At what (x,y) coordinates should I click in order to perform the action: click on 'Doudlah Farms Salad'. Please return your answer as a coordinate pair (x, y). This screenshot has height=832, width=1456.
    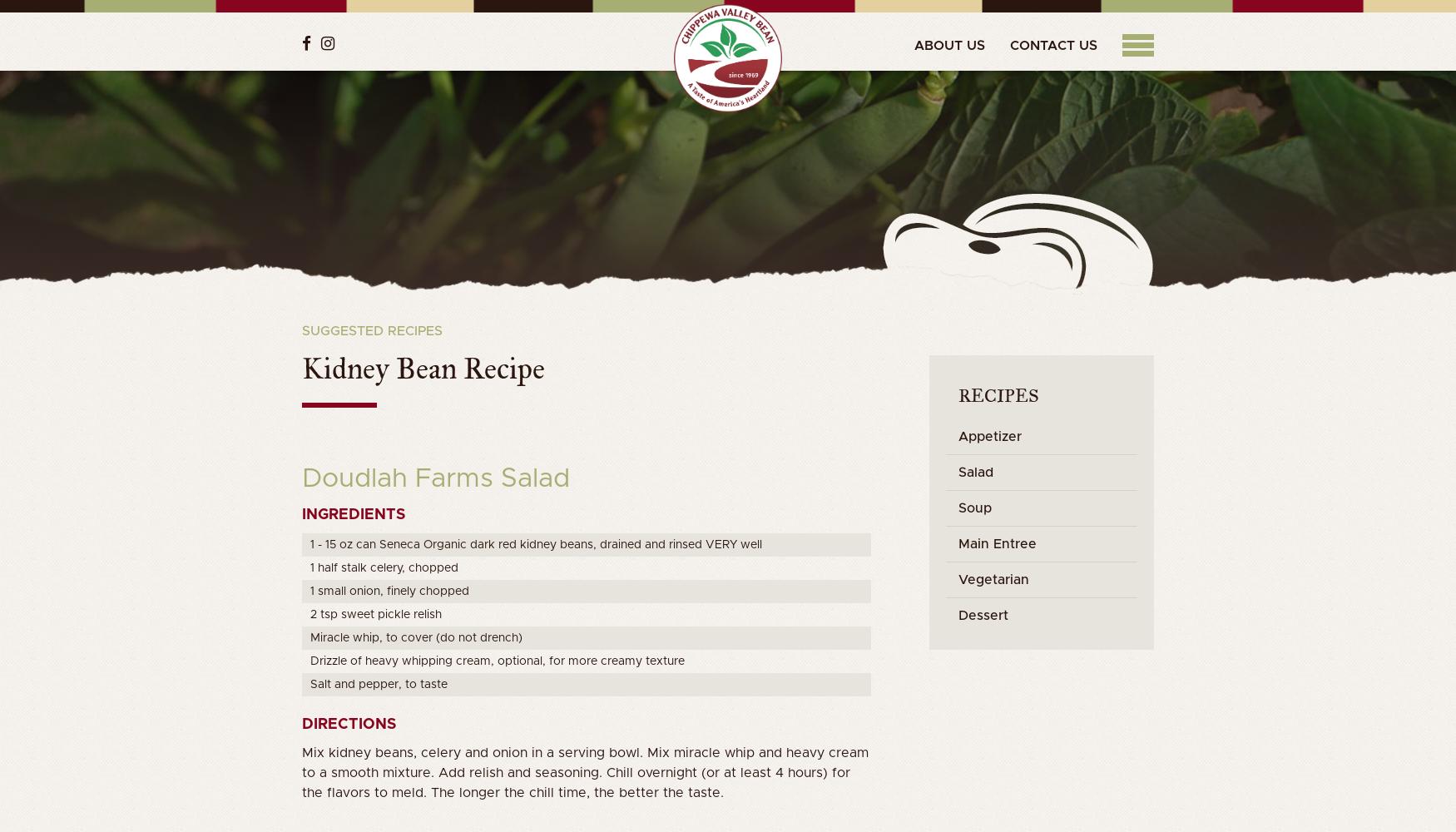
    Looking at the image, I should click on (434, 478).